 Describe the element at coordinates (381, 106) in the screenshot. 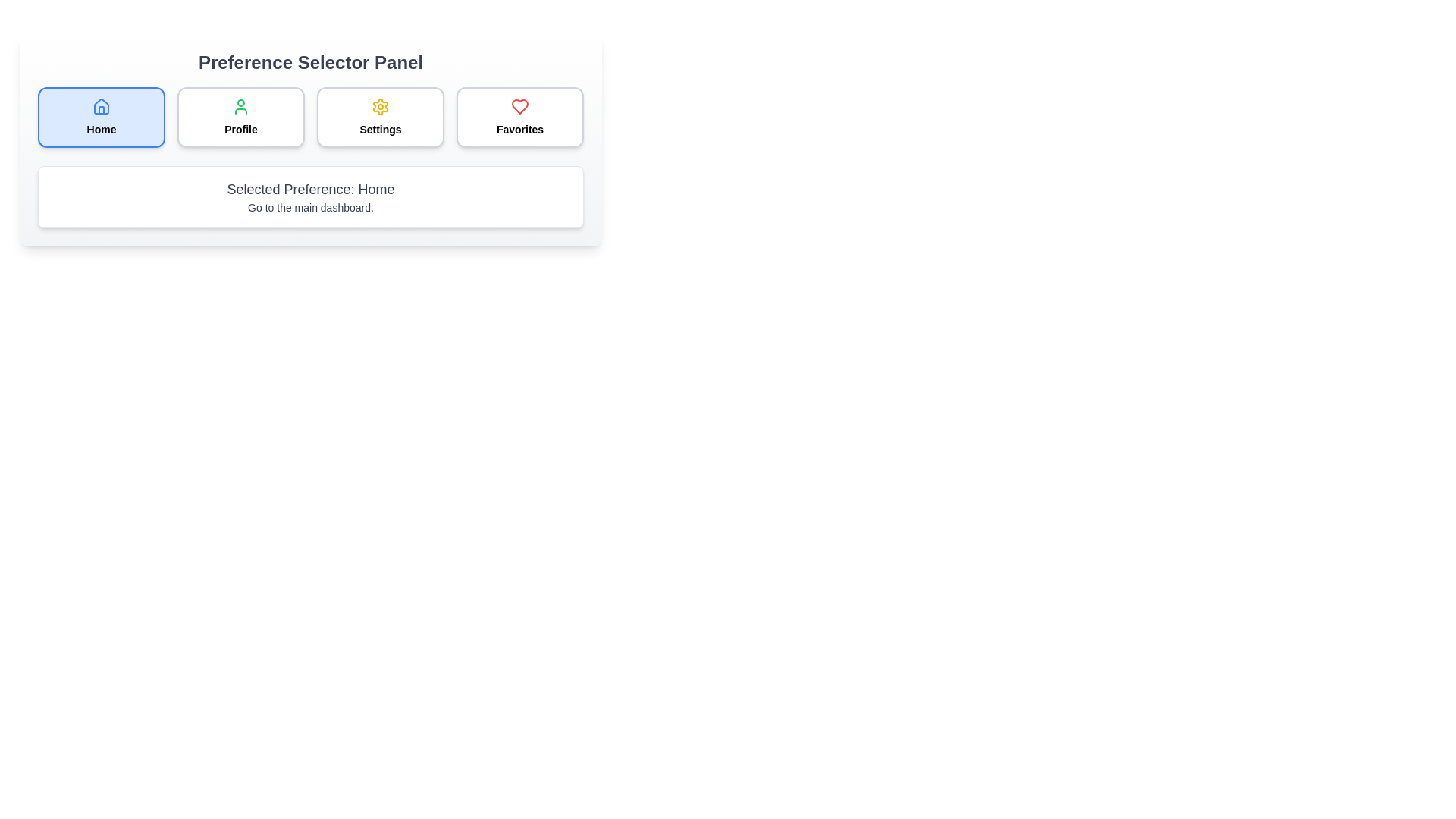

I see `the 'Settings' icon located as the third option in the row of four buttons` at that location.